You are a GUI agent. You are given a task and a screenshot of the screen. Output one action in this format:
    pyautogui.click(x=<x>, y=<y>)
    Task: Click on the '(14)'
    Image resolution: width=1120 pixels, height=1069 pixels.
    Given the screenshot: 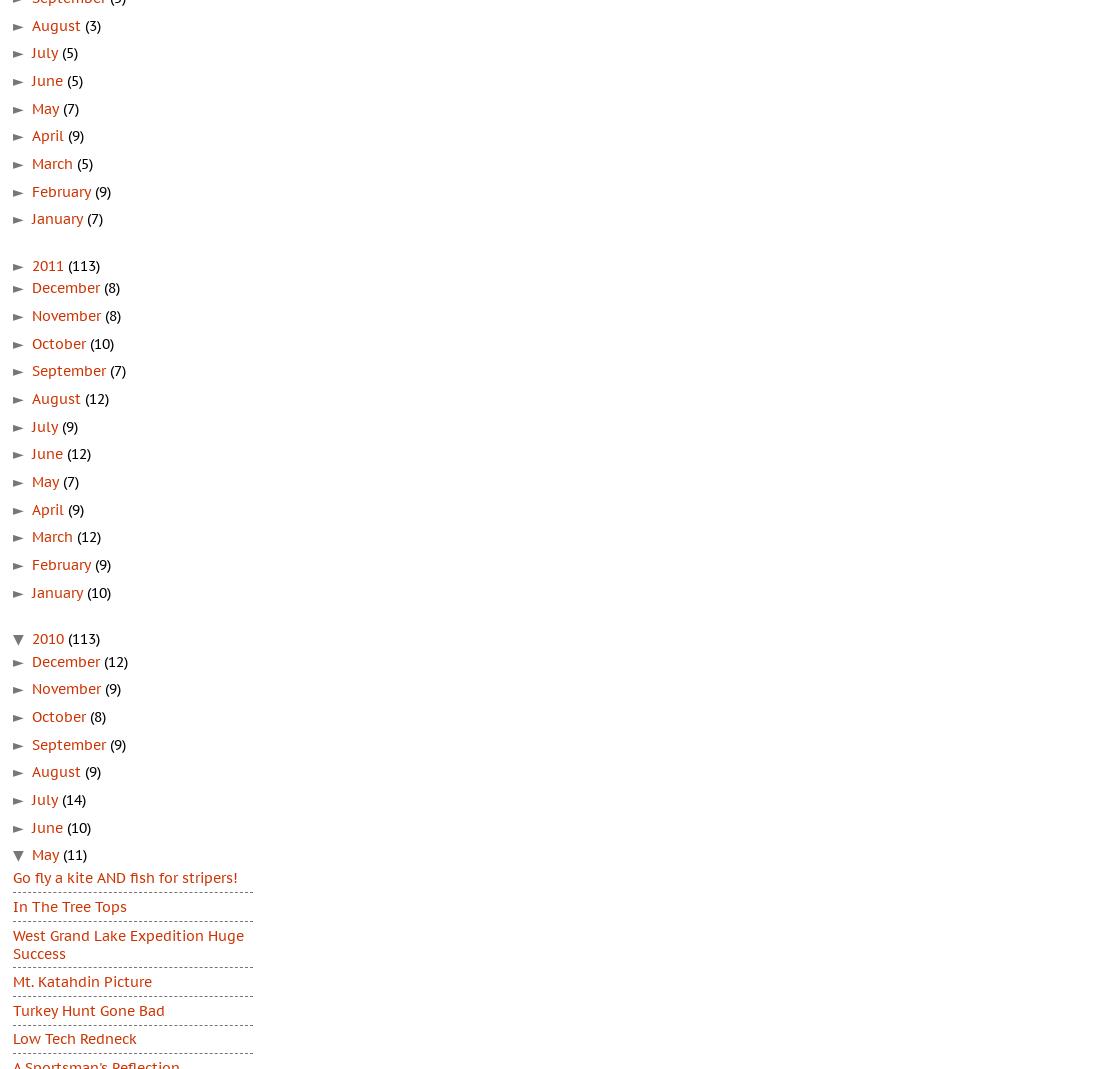 What is the action you would take?
    pyautogui.click(x=74, y=800)
    